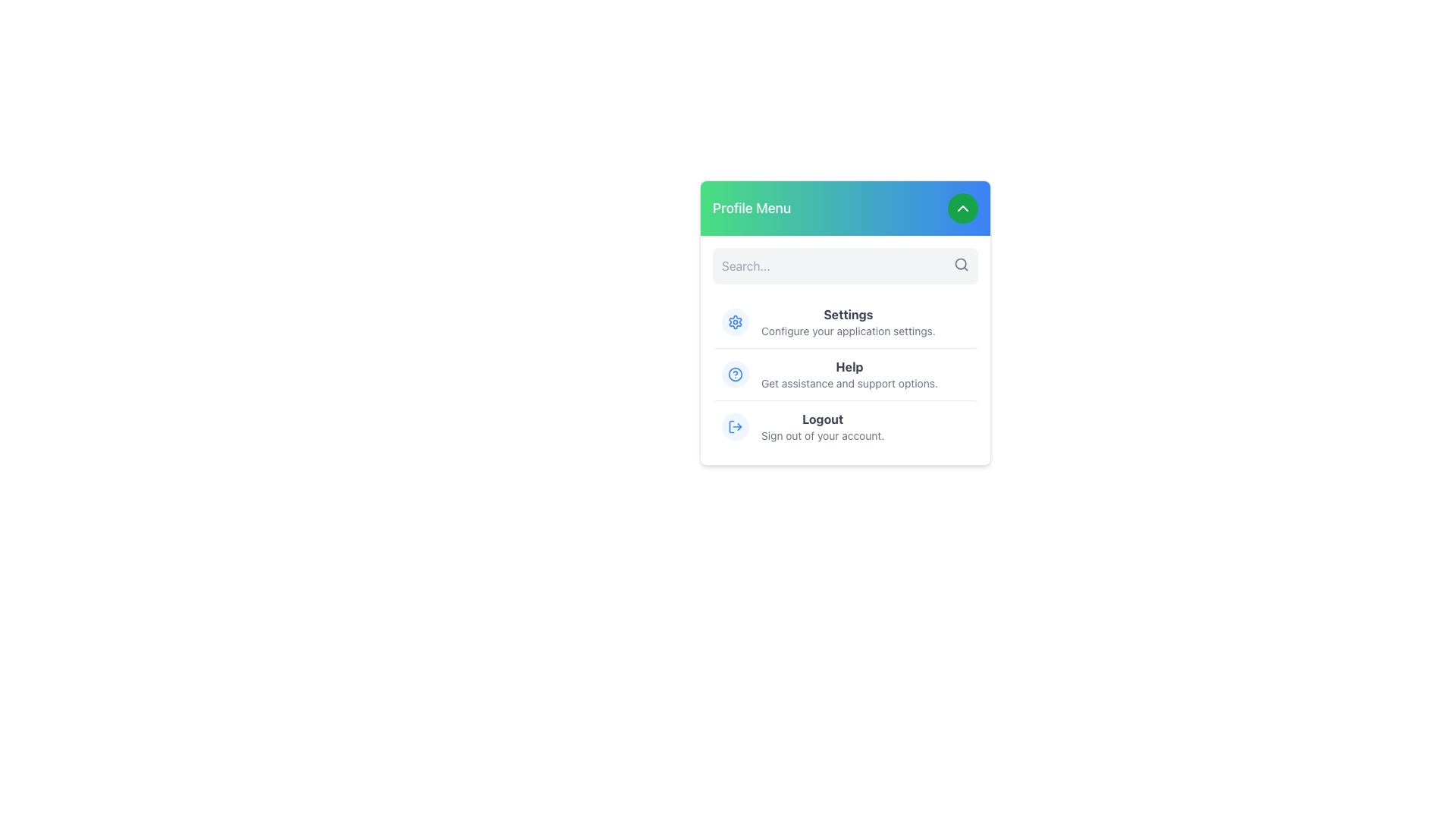 Image resolution: width=1456 pixels, height=819 pixels. I want to click on the first menu item in the dropdown menu below the search bar, so click(844, 321).